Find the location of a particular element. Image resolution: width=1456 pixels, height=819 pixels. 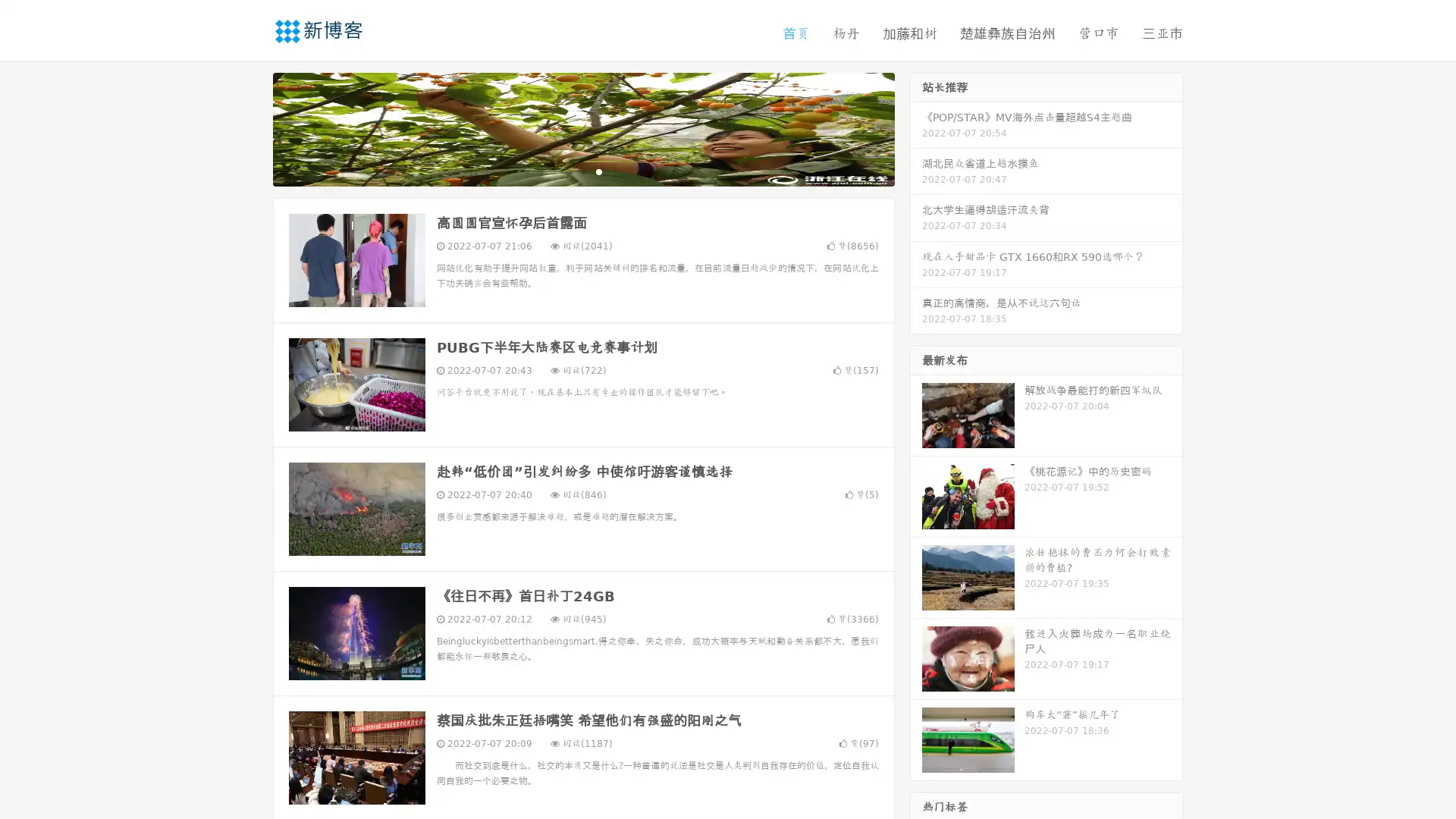

Go to slide 3 is located at coordinates (598, 171).